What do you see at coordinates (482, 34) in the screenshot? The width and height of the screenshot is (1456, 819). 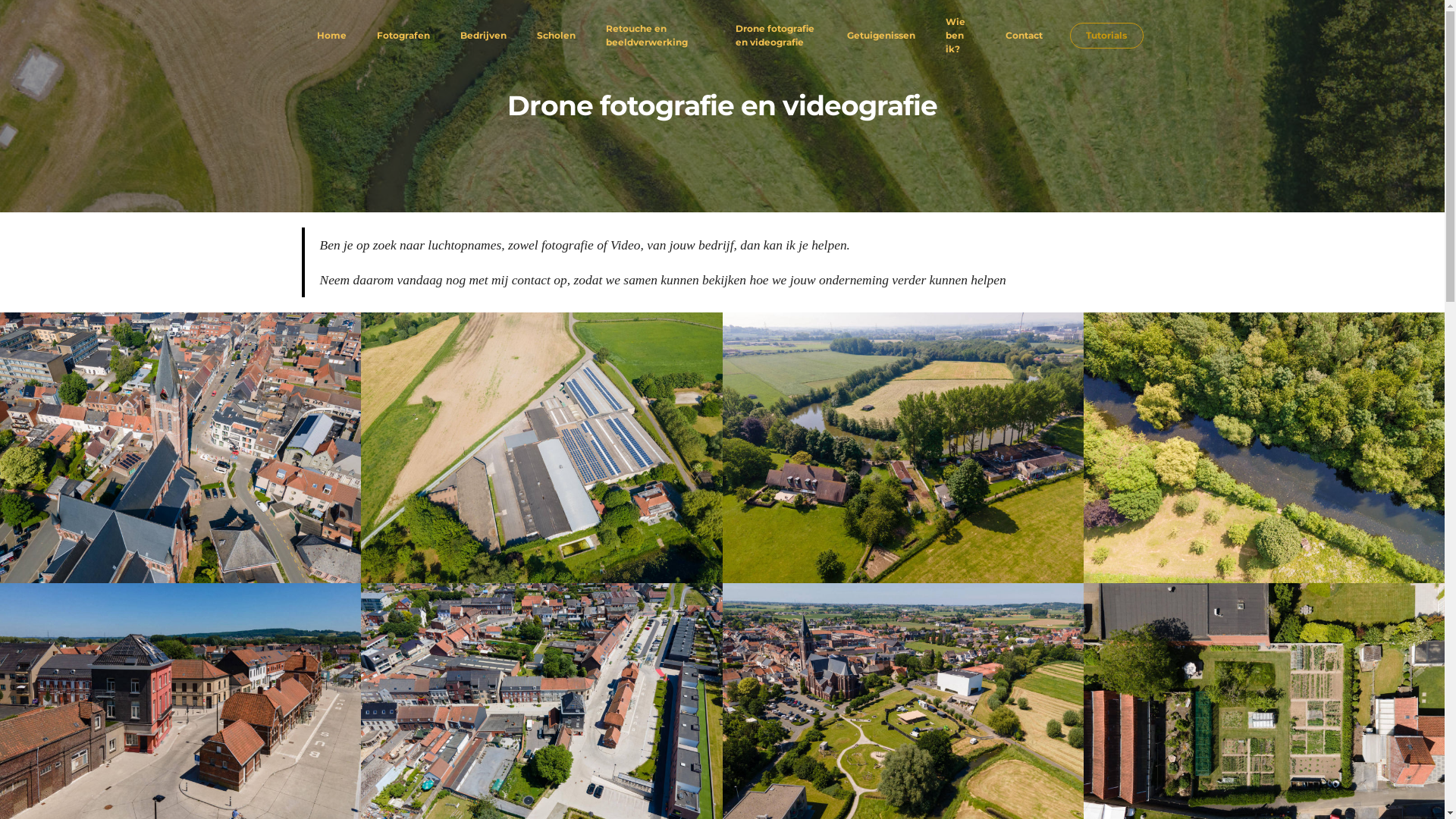 I see `'Bedrijven'` at bounding box center [482, 34].